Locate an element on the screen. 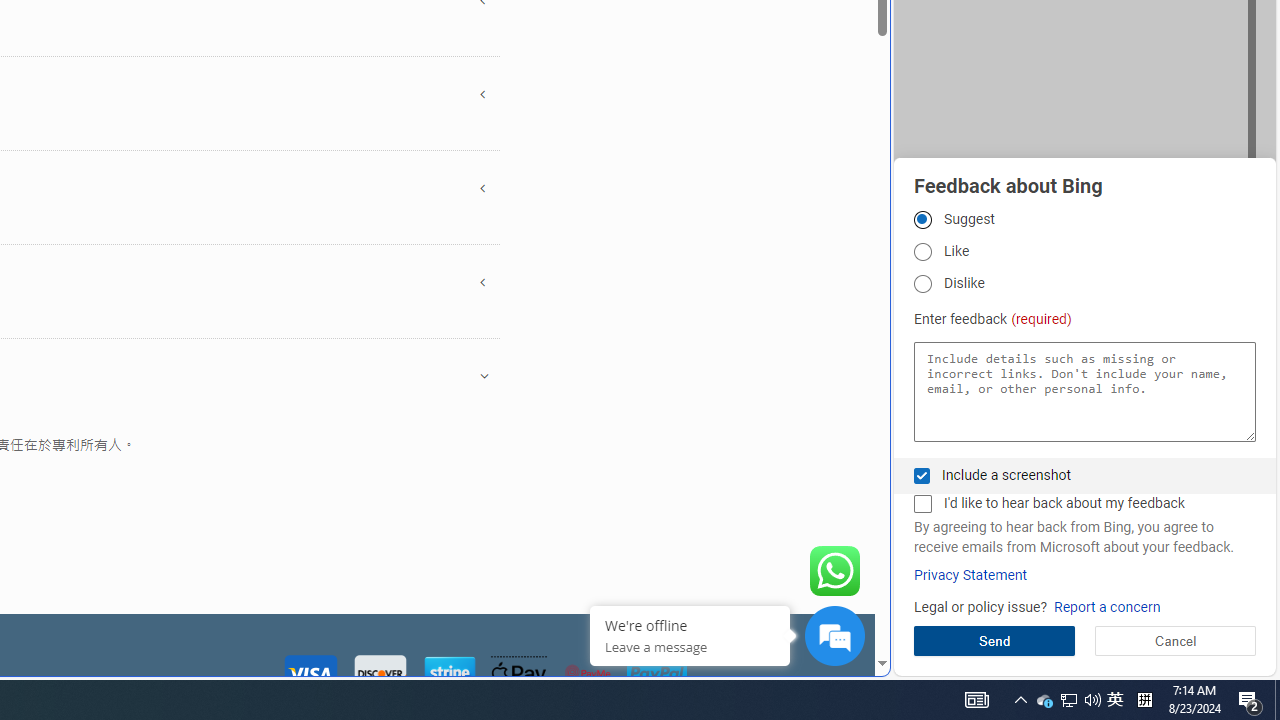 This screenshot has width=1280, height=720. 'Send' is located at coordinates (994, 640).